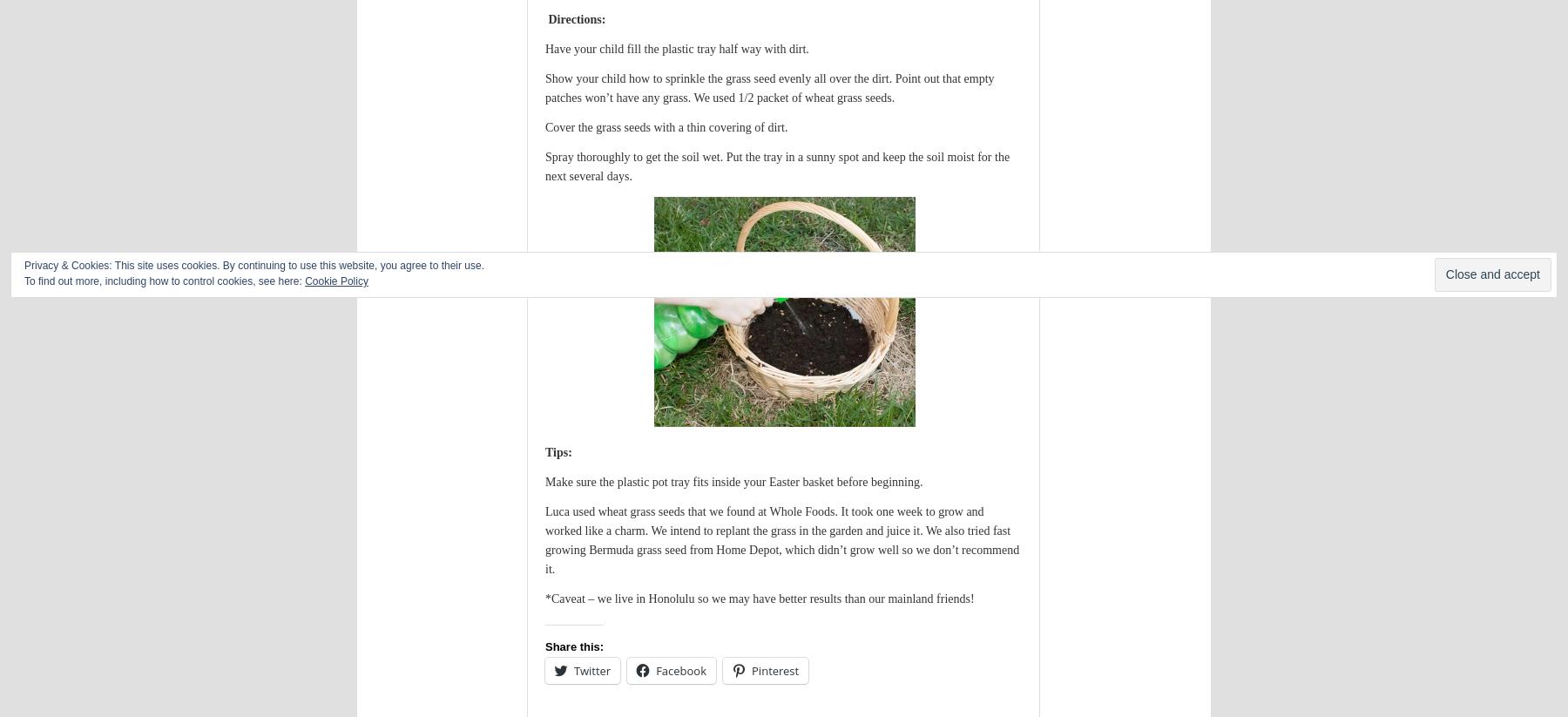  I want to click on 'Pinterest', so click(774, 669).